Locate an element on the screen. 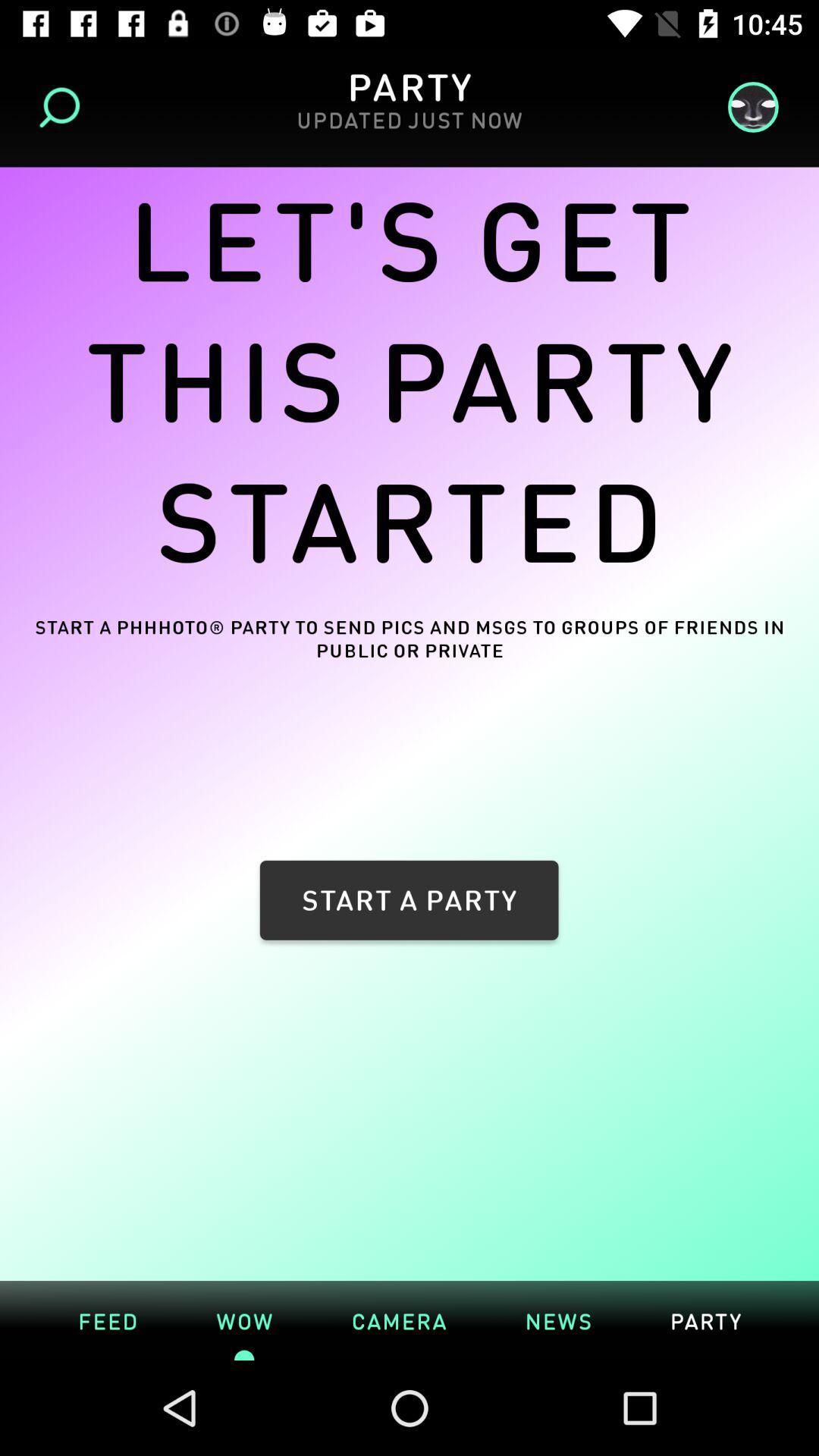  the news item is located at coordinates (558, 1319).